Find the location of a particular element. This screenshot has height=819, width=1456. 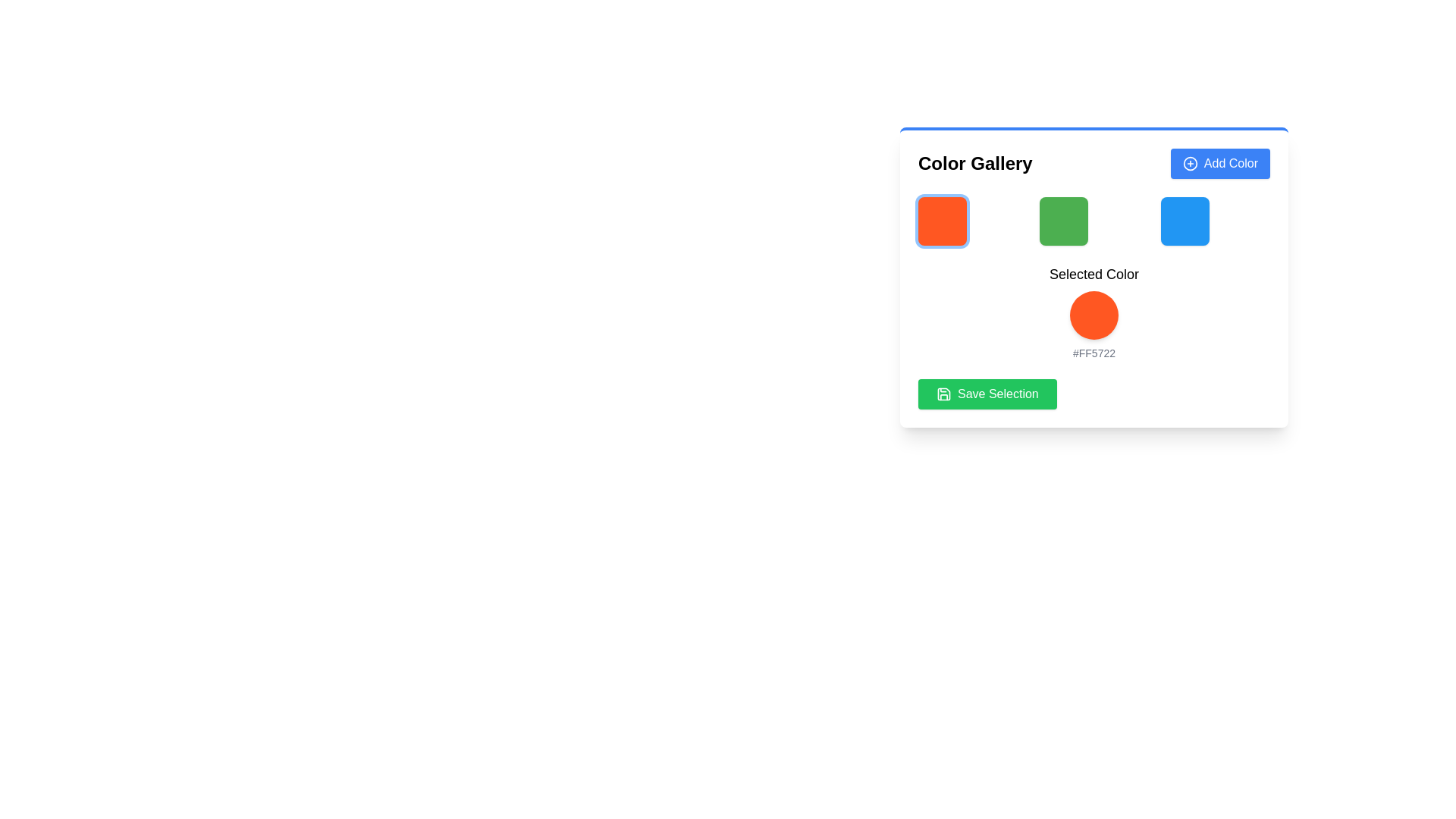

top-left component of the save icon located at the bottom-center of the color selection modal by hovering over it is located at coordinates (943, 394).